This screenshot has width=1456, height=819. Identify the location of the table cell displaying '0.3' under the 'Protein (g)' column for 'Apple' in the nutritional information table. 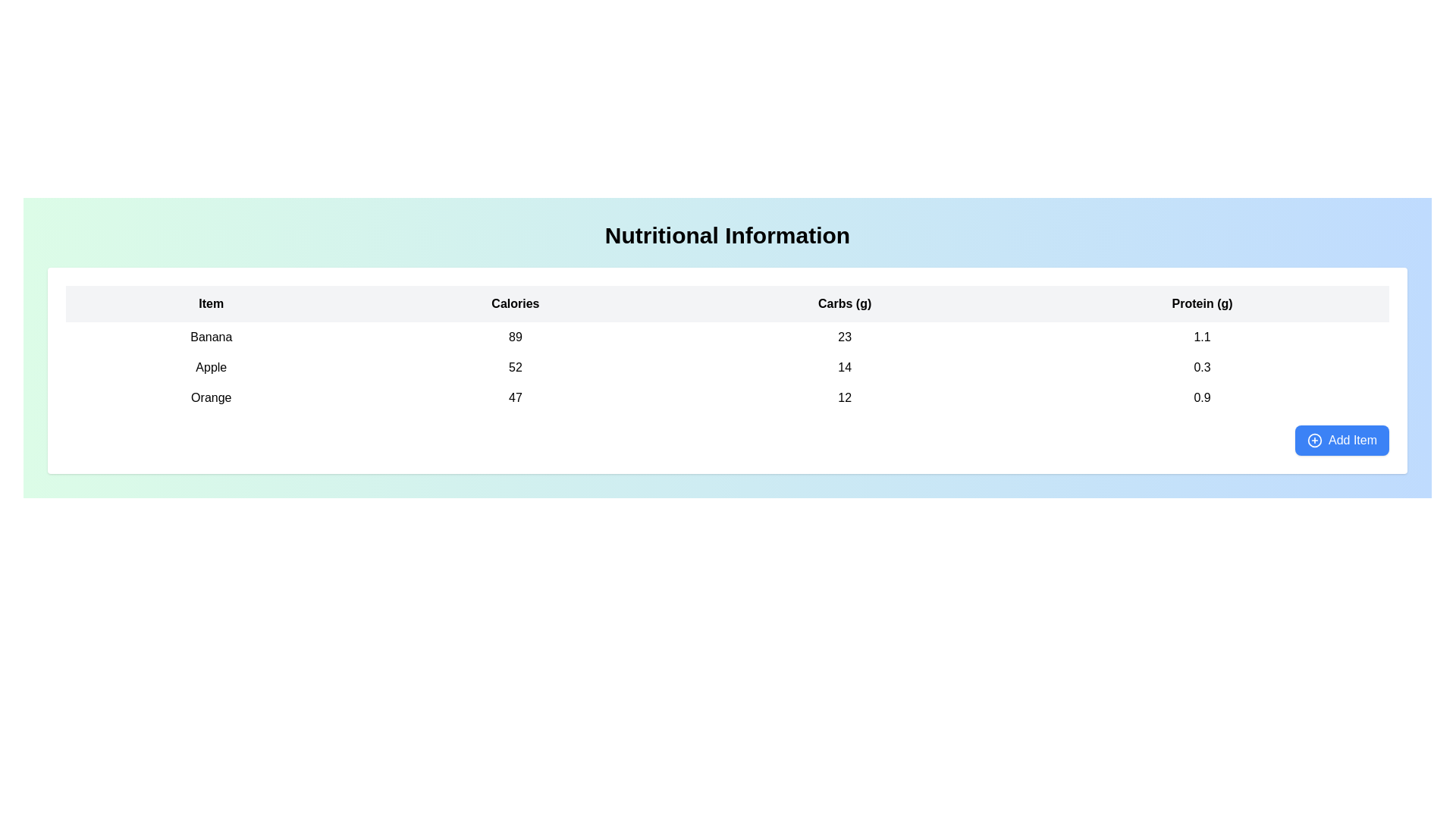
(1201, 368).